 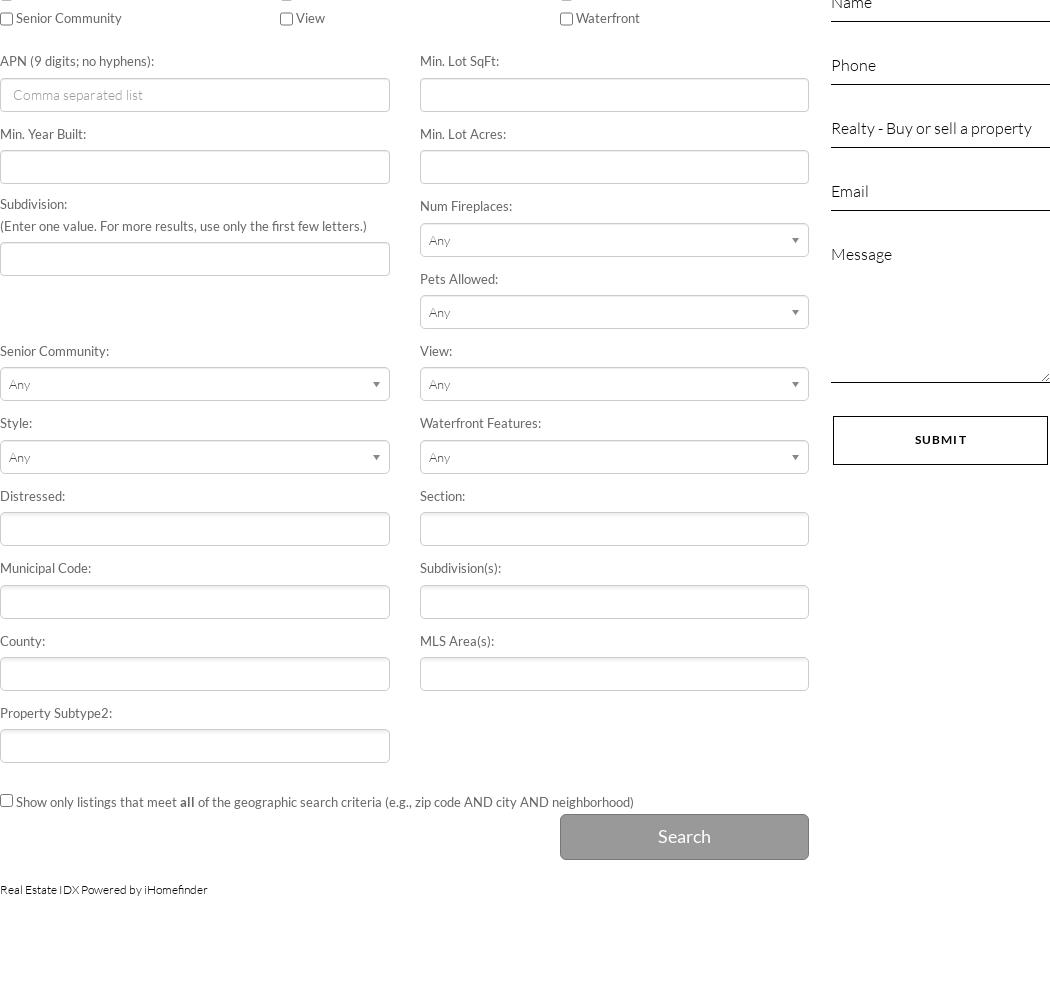 What do you see at coordinates (0, 61) in the screenshot?
I see `'APN (9 digits; no hyphens):'` at bounding box center [0, 61].